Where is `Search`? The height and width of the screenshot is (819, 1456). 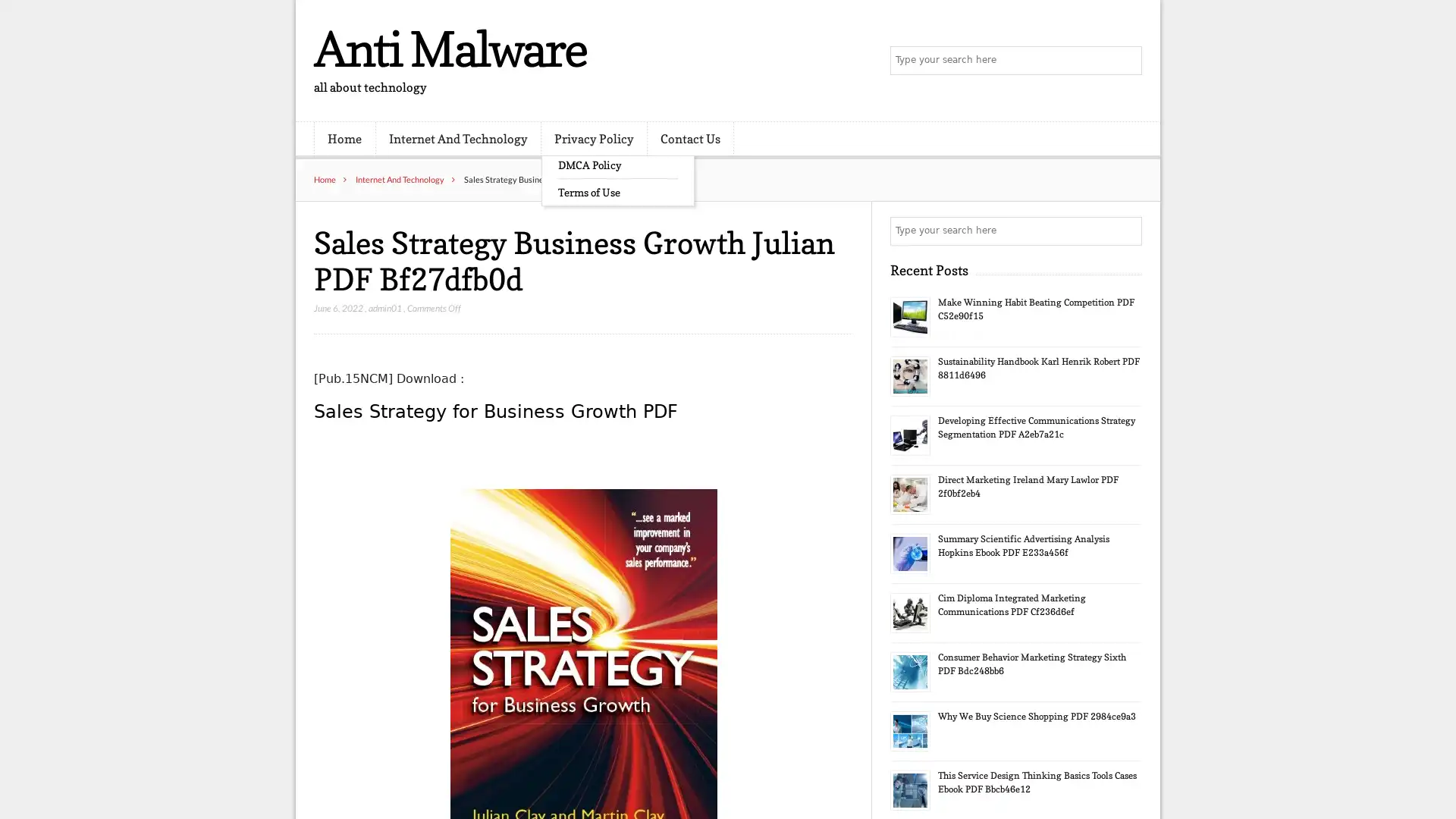
Search is located at coordinates (1126, 231).